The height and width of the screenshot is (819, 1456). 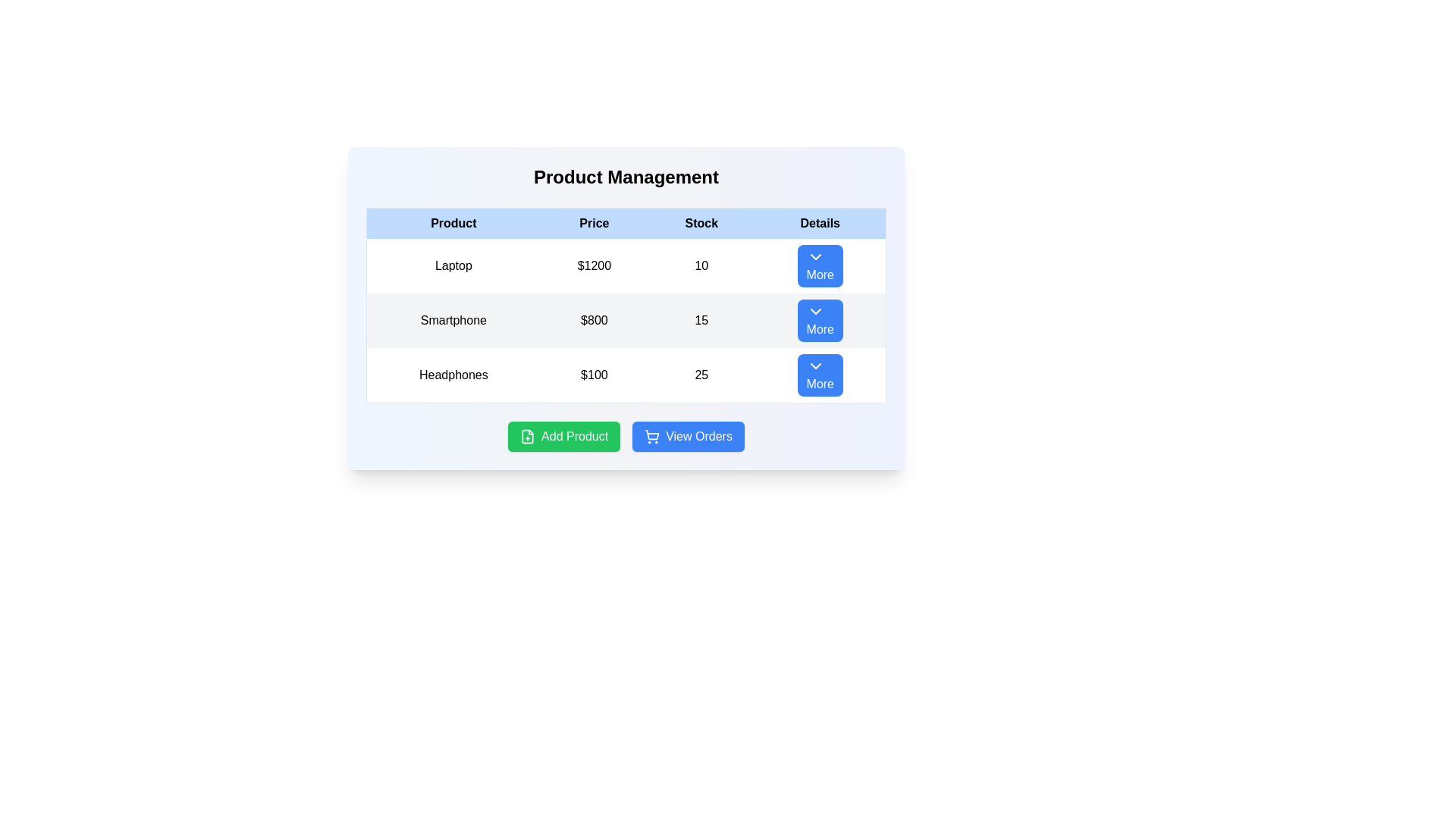 I want to click on the green rectangular button labeled 'Add Product' with a document and plus icon, so click(x=563, y=436).